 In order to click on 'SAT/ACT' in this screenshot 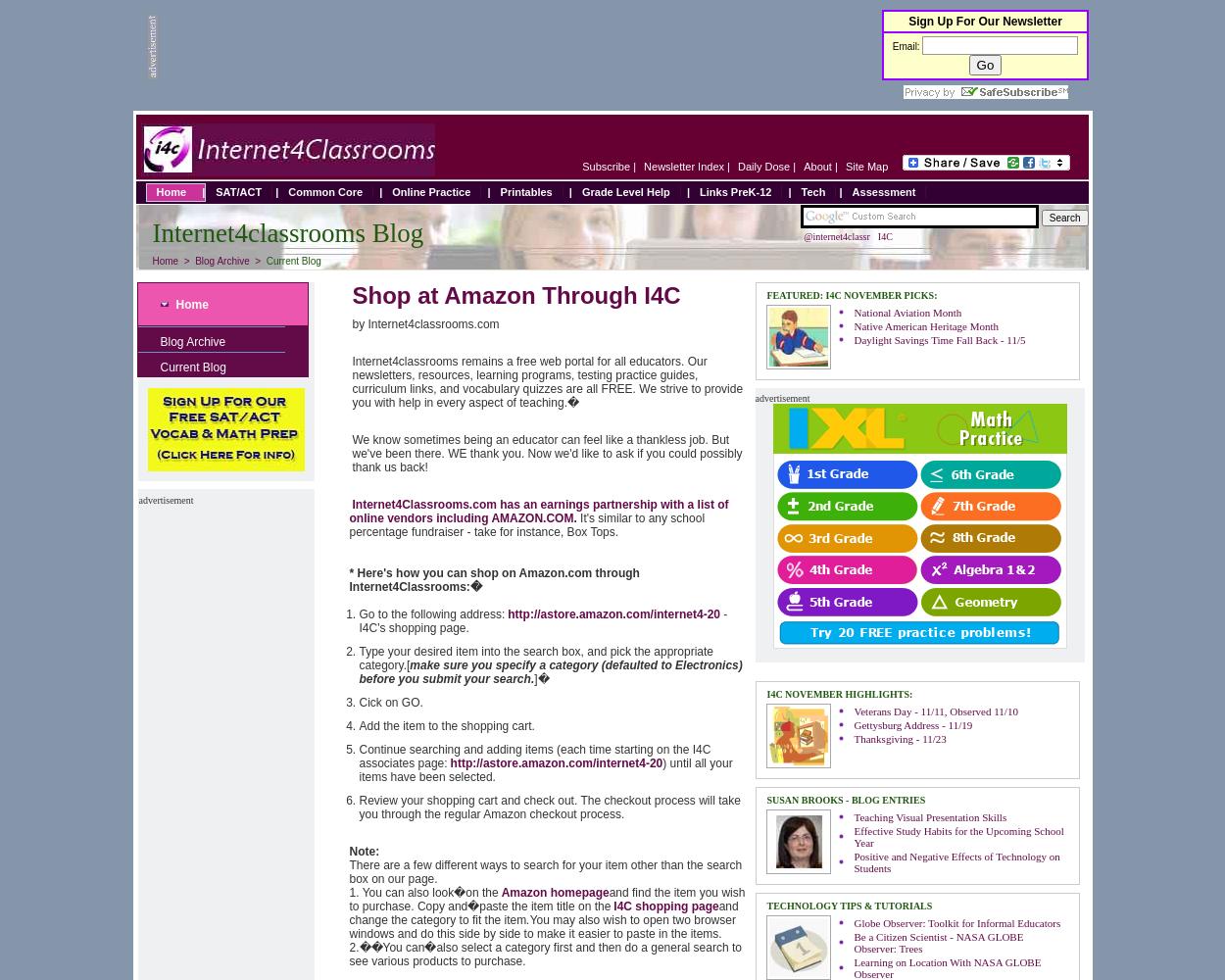, I will do `click(215, 191)`.